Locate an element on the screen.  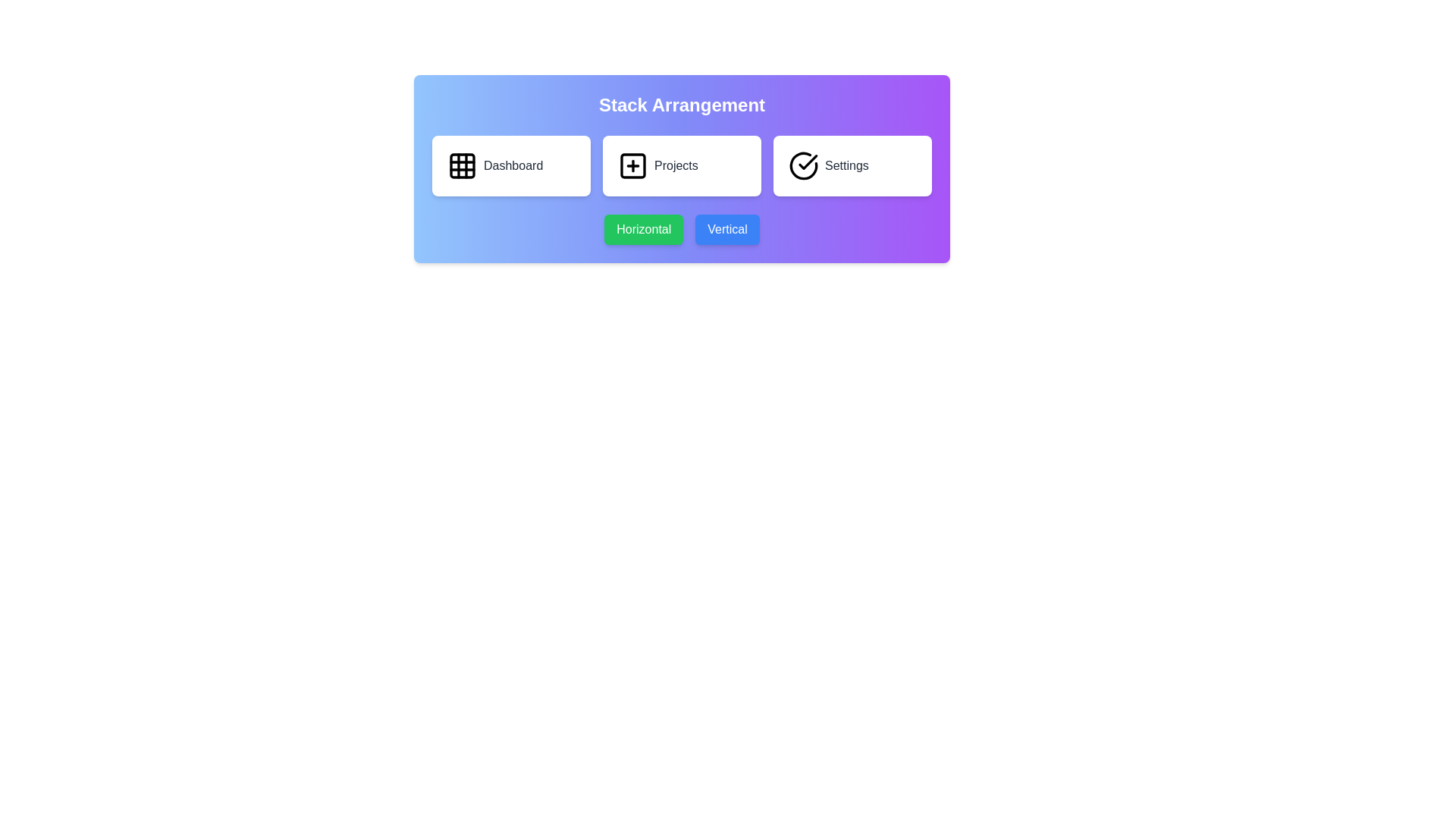
the background rectangle of the plus icon within the Projects card located at the top center of the interface, specifically in the second of three horizontally aligned sections is located at coordinates (633, 166).